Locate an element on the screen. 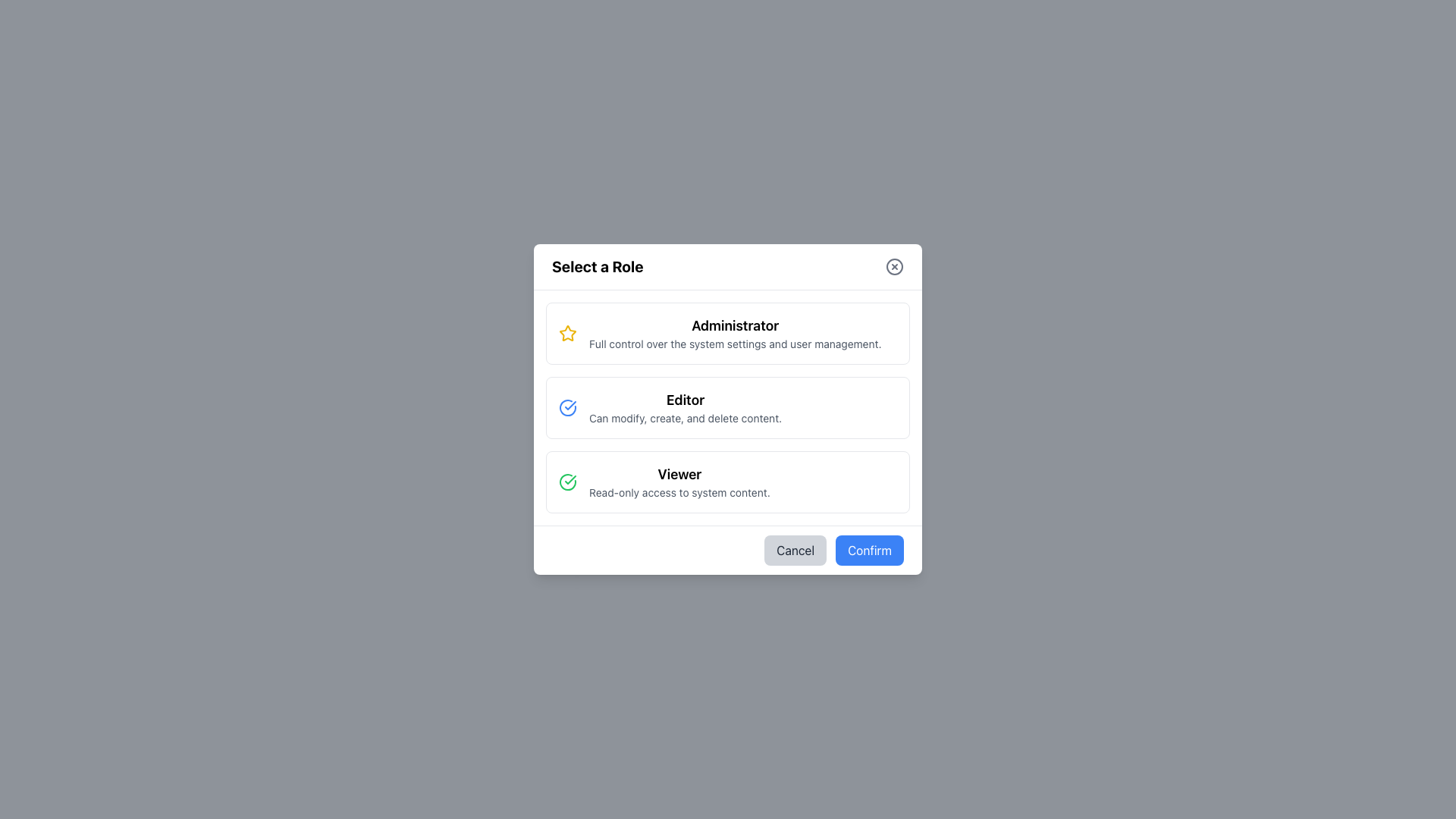 The height and width of the screenshot is (819, 1456). the topmost Selectable Role Card in the 'Select a Role' modal is located at coordinates (728, 332).